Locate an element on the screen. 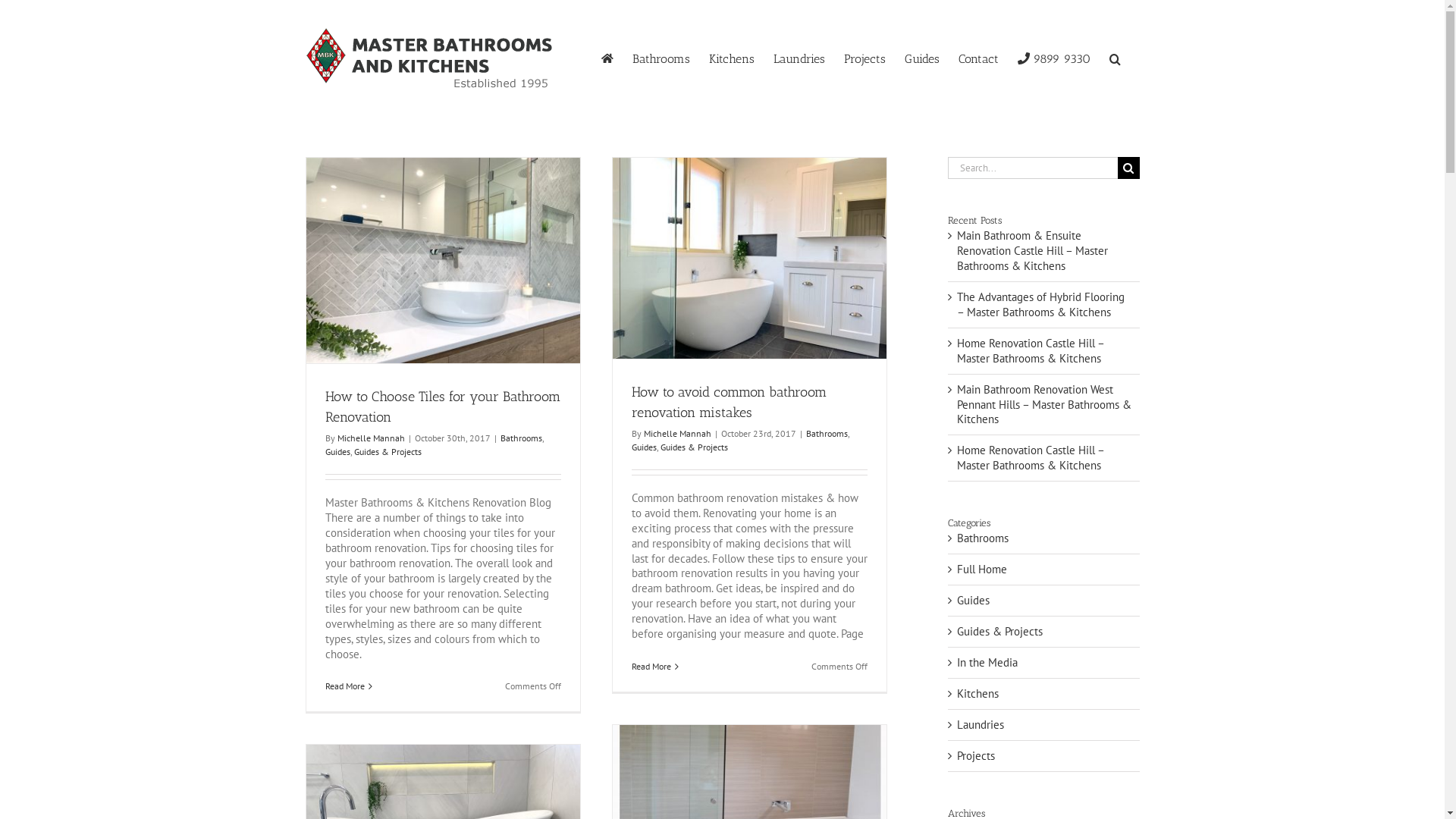 This screenshot has height=819, width=1456. '9899 9330' is located at coordinates (1053, 57).